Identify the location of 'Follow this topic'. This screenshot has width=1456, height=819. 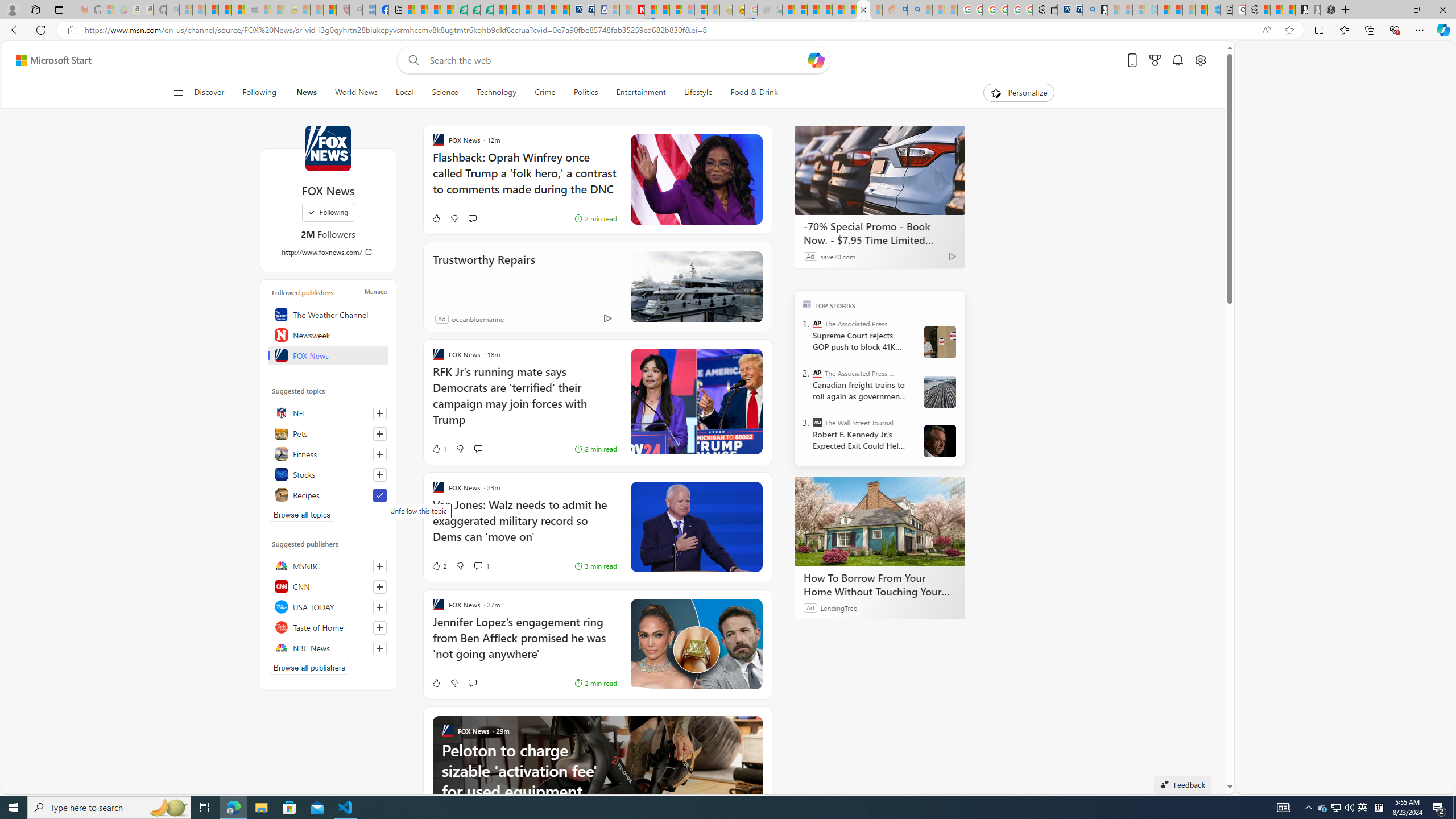
(380, 474).